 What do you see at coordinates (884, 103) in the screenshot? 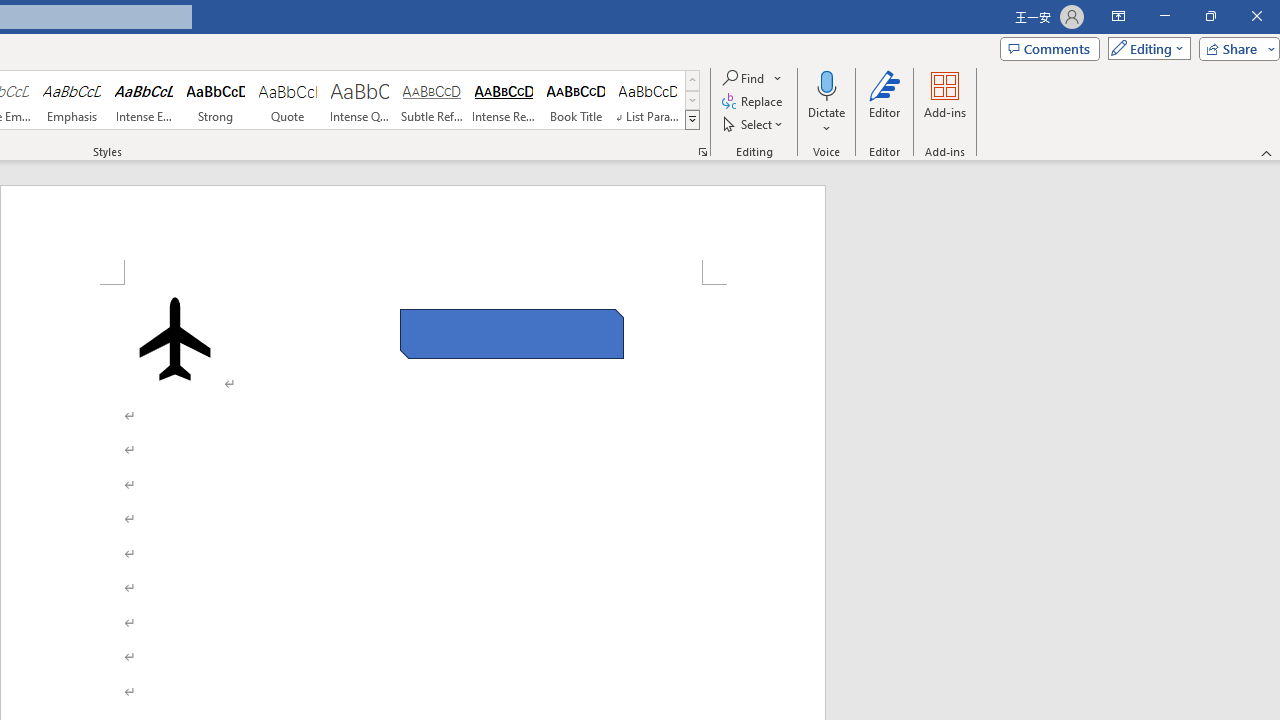
I see `'Editor'` at bounding box center [884, 103].